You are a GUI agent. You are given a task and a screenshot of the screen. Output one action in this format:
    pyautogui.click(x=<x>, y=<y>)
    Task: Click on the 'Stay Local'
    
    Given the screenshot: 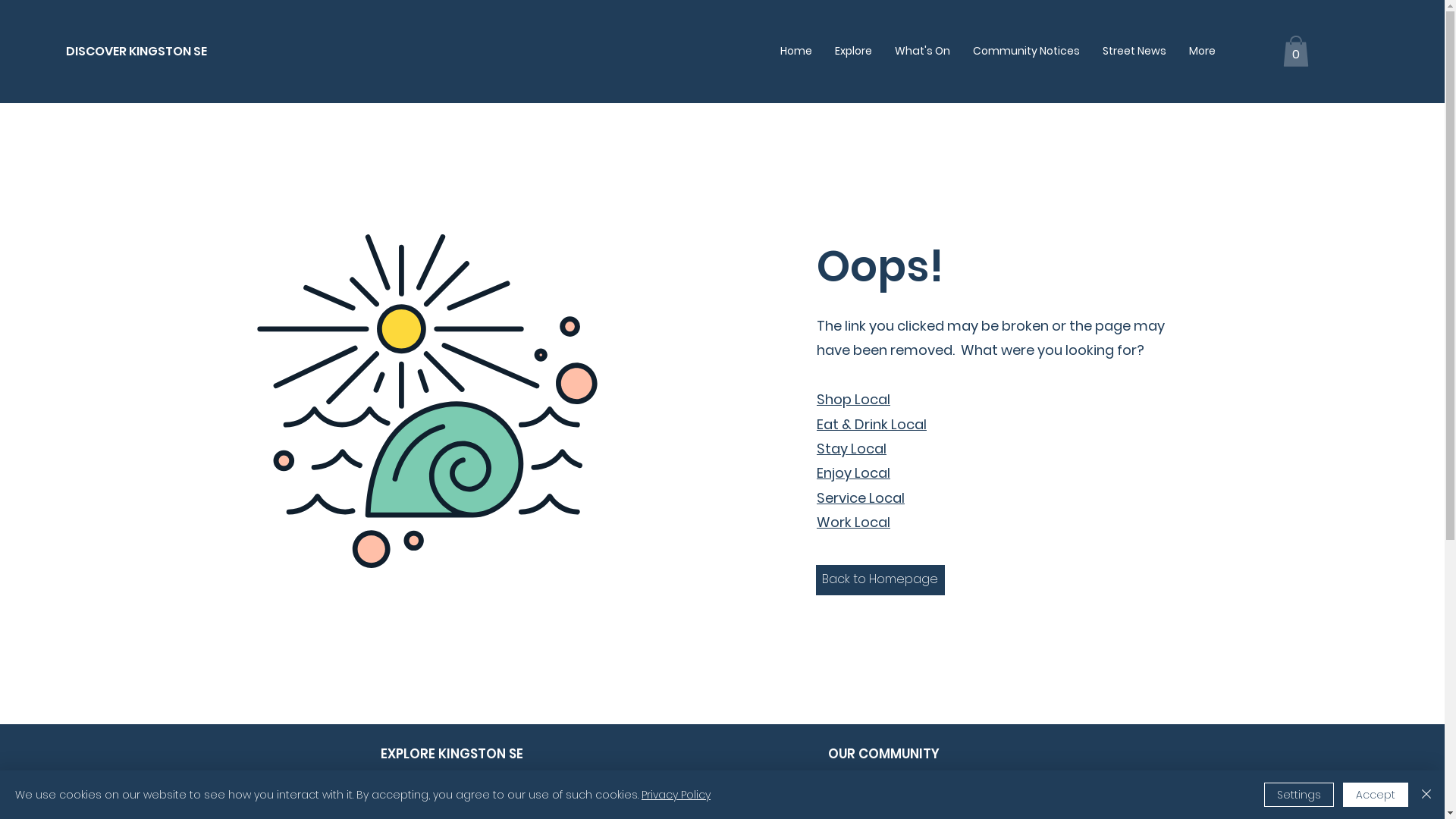 What is the action you would take?
    pyautogui.click(x=815, y=447)
    